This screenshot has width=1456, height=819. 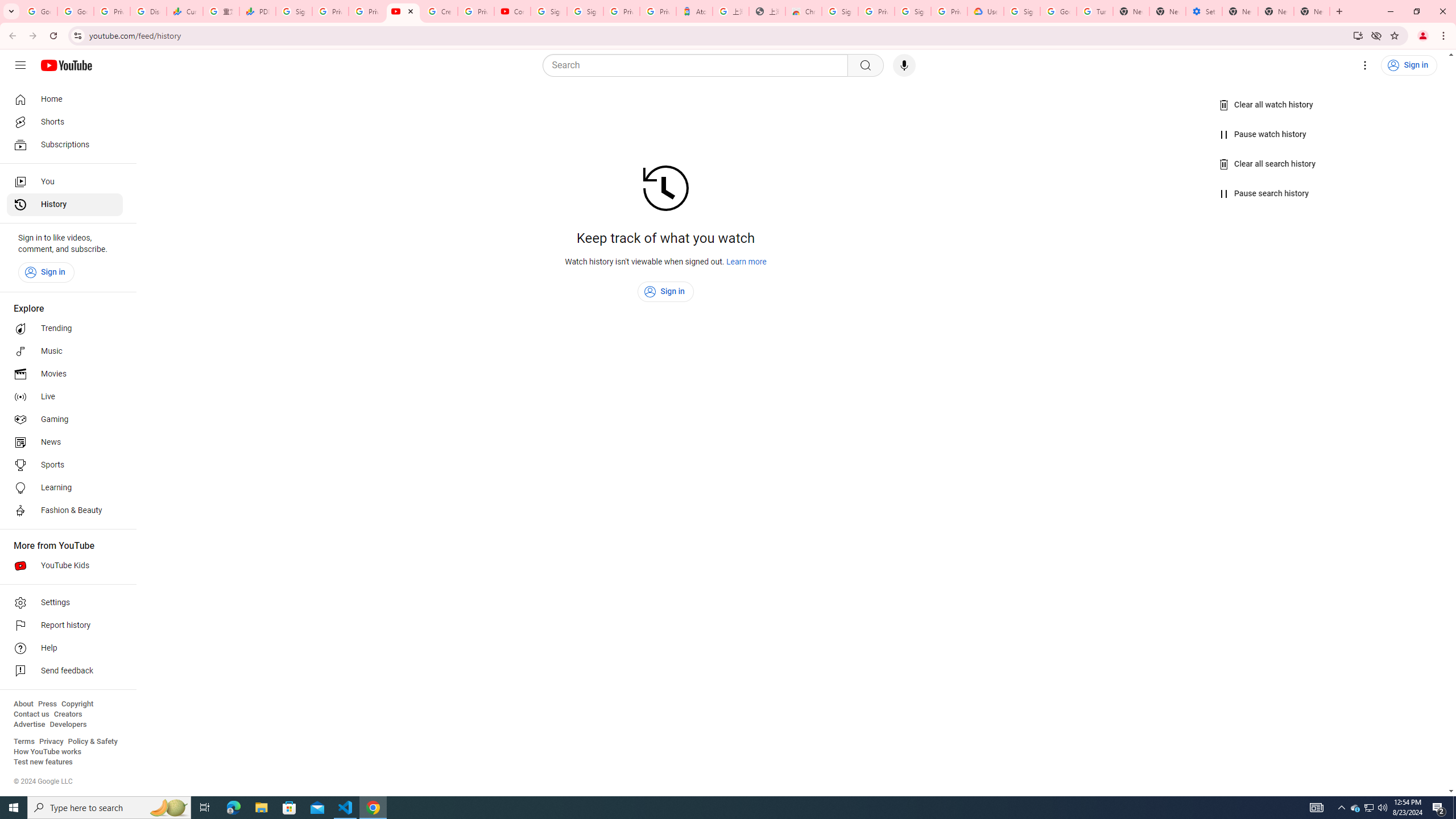 I want to click on 'Learning', so click(x=64, y=487).